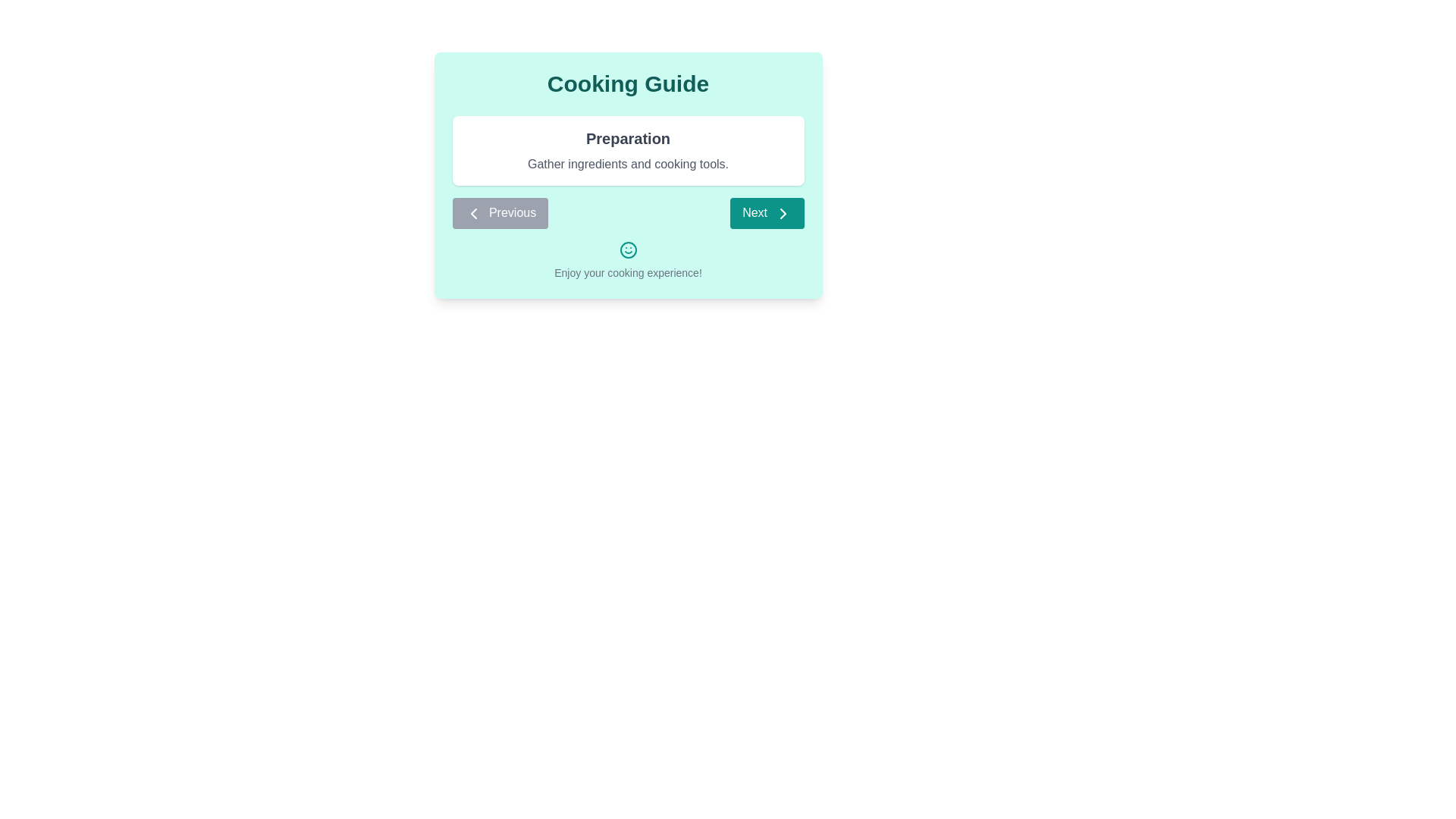  I want to click on the 'Next' button, which is a rectangular button with white text on a teal-green background, located on the right-hand side of the navigation buttons at the bottom of the modal interface, so click(767, 213).